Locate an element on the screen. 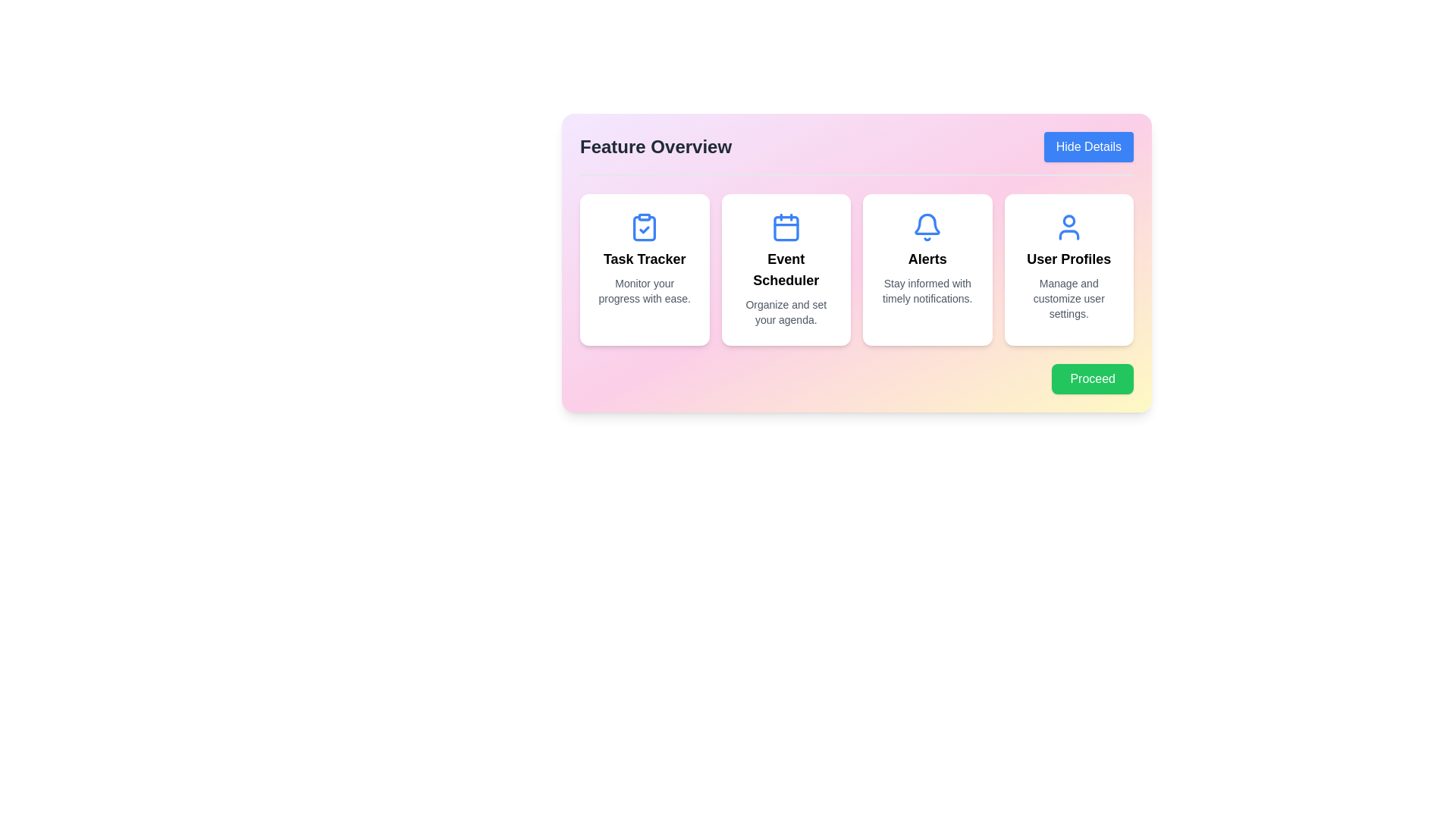  the blue calendar icon at the top of the 'Event Scheduler' card, which has a rounded rectangle outline and resembles a binding is located at coordinates (786, 227).